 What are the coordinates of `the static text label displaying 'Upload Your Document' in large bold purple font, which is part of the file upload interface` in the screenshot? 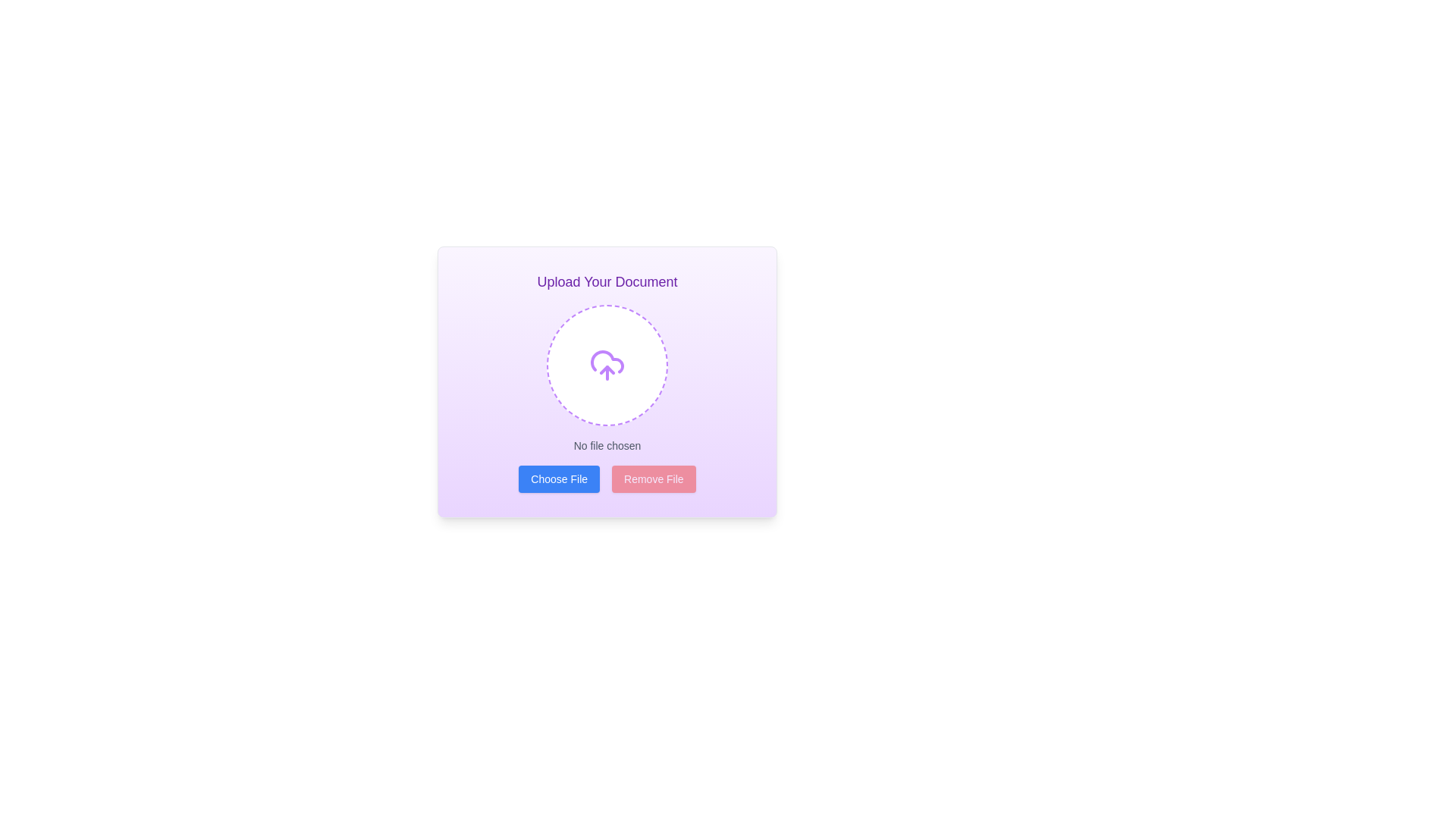 It's located at (607, 281).